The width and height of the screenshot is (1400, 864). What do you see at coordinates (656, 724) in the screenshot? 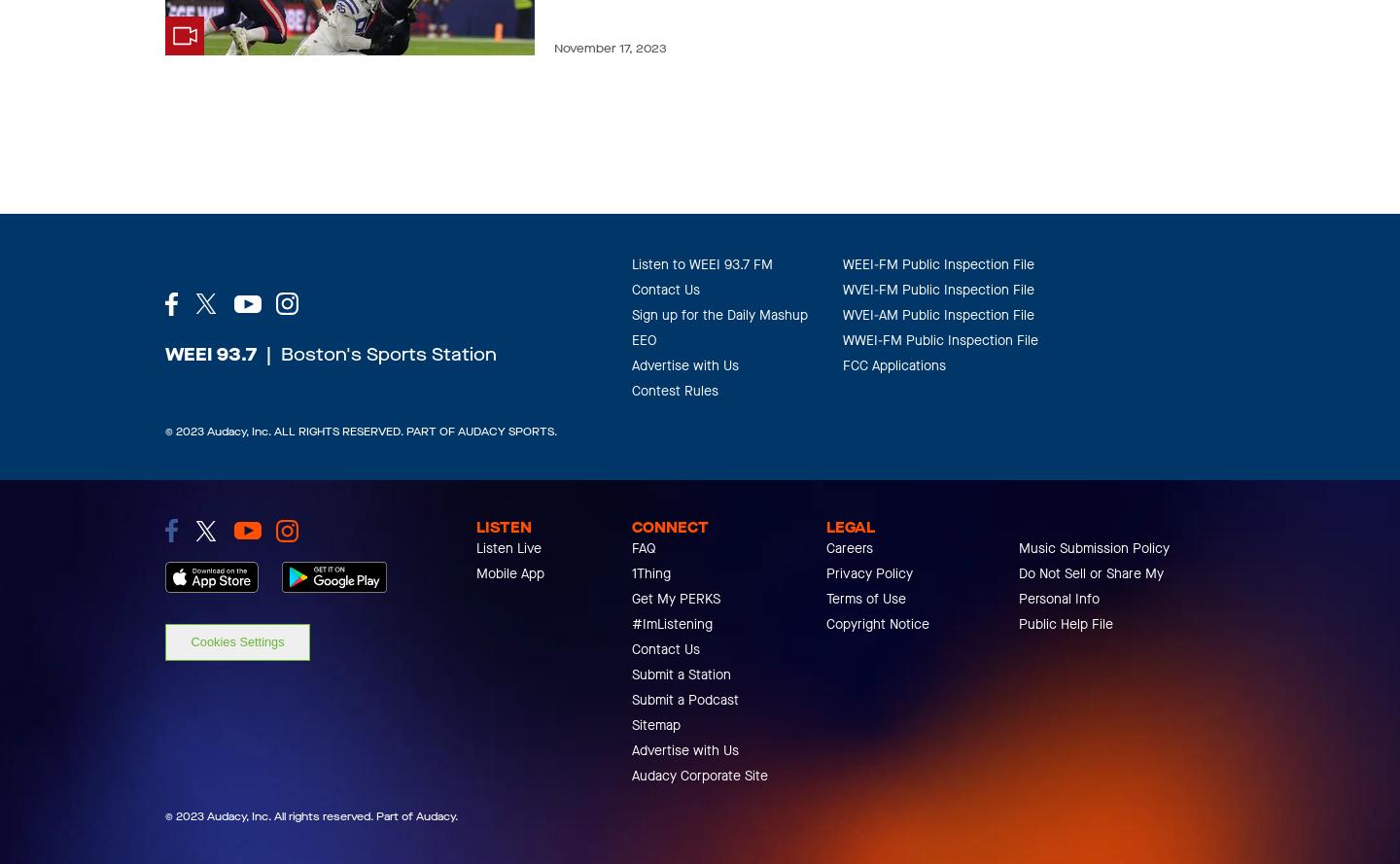
I see `'Sitemap'` at bounding box center [656, 724].